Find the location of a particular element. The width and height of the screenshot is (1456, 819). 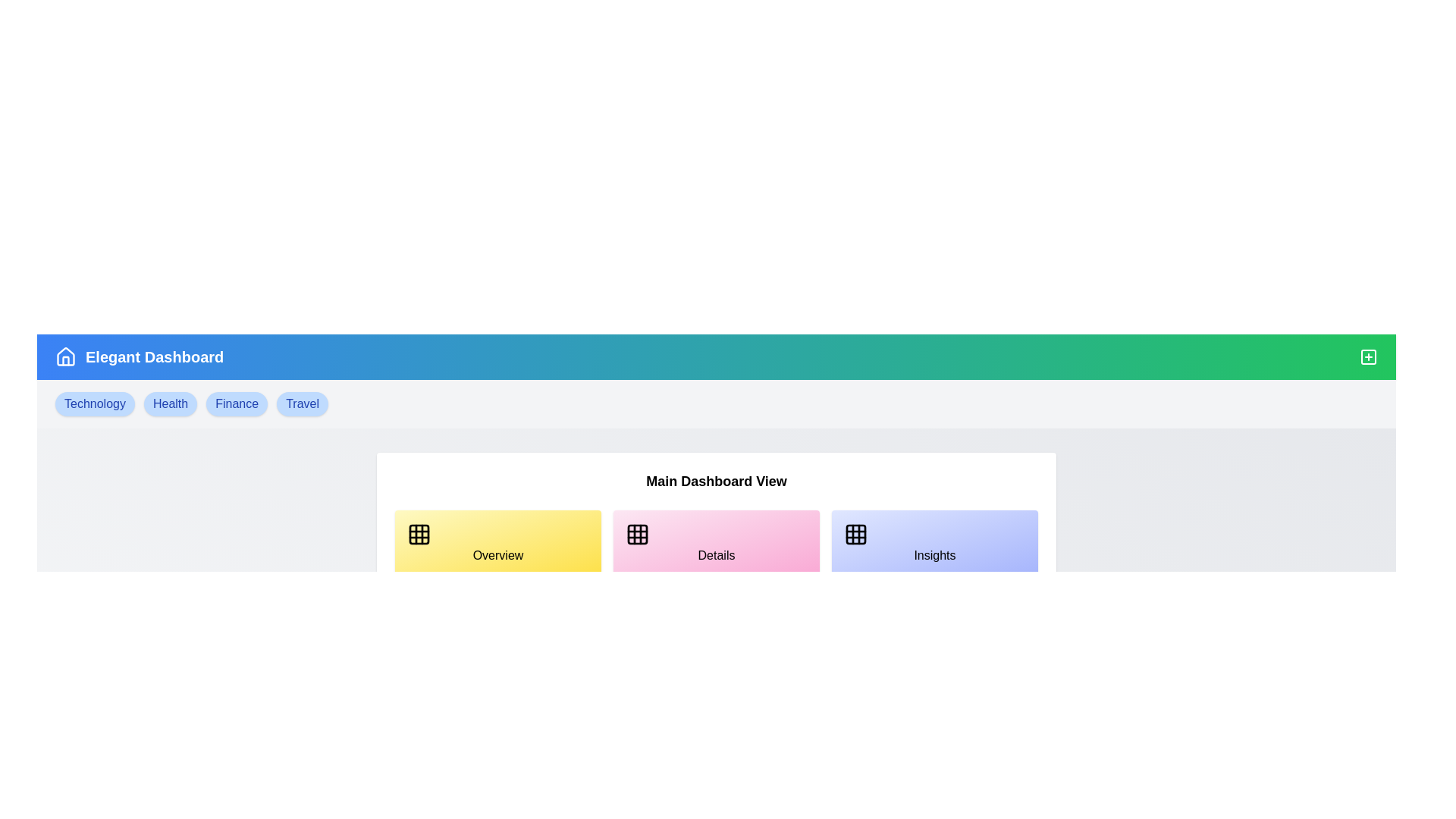

the tag labeled Travel is located at coordinates (302, 403).